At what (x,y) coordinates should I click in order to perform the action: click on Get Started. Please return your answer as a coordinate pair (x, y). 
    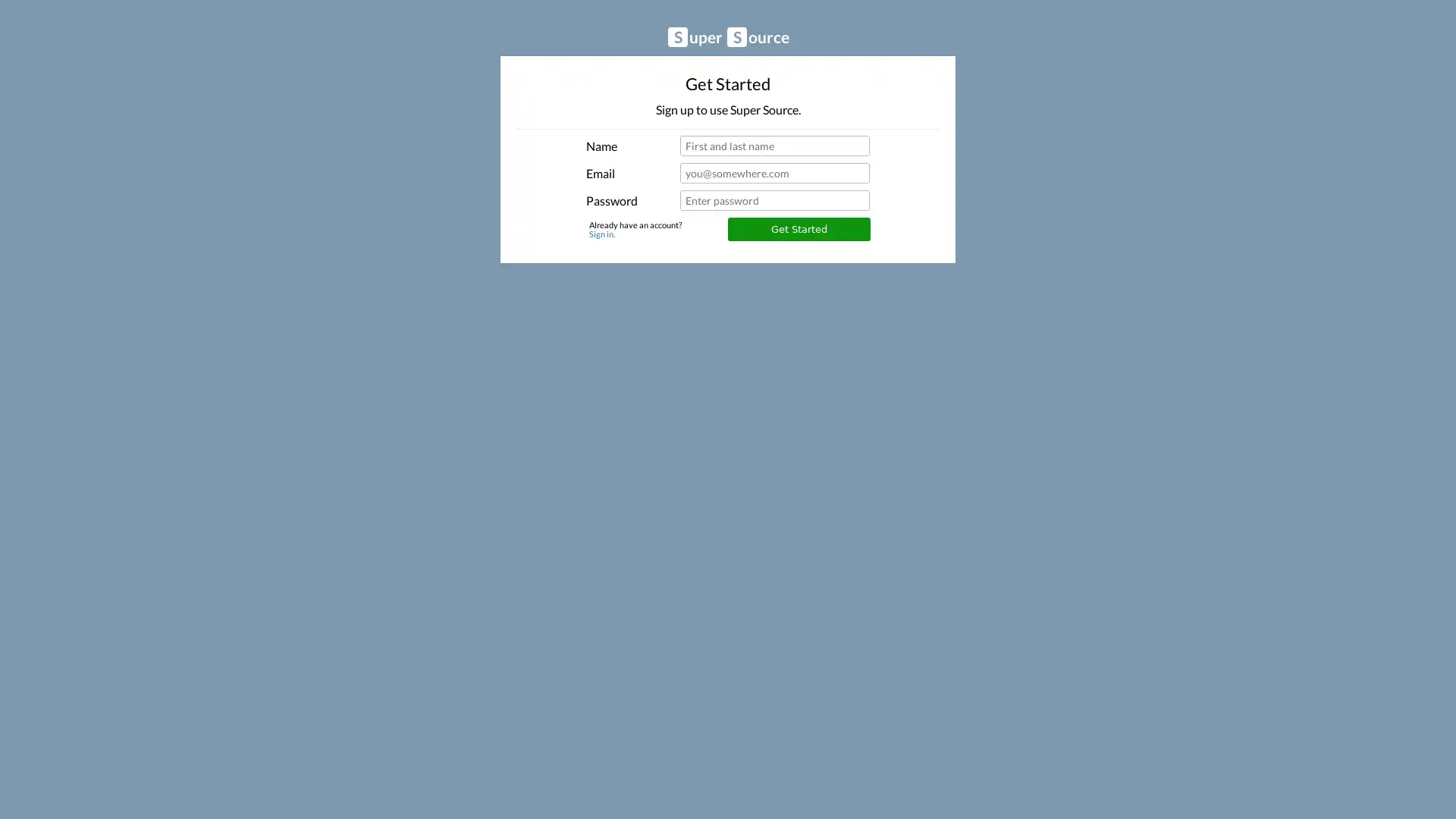
    Looking at the image, I should click on (798, 228).